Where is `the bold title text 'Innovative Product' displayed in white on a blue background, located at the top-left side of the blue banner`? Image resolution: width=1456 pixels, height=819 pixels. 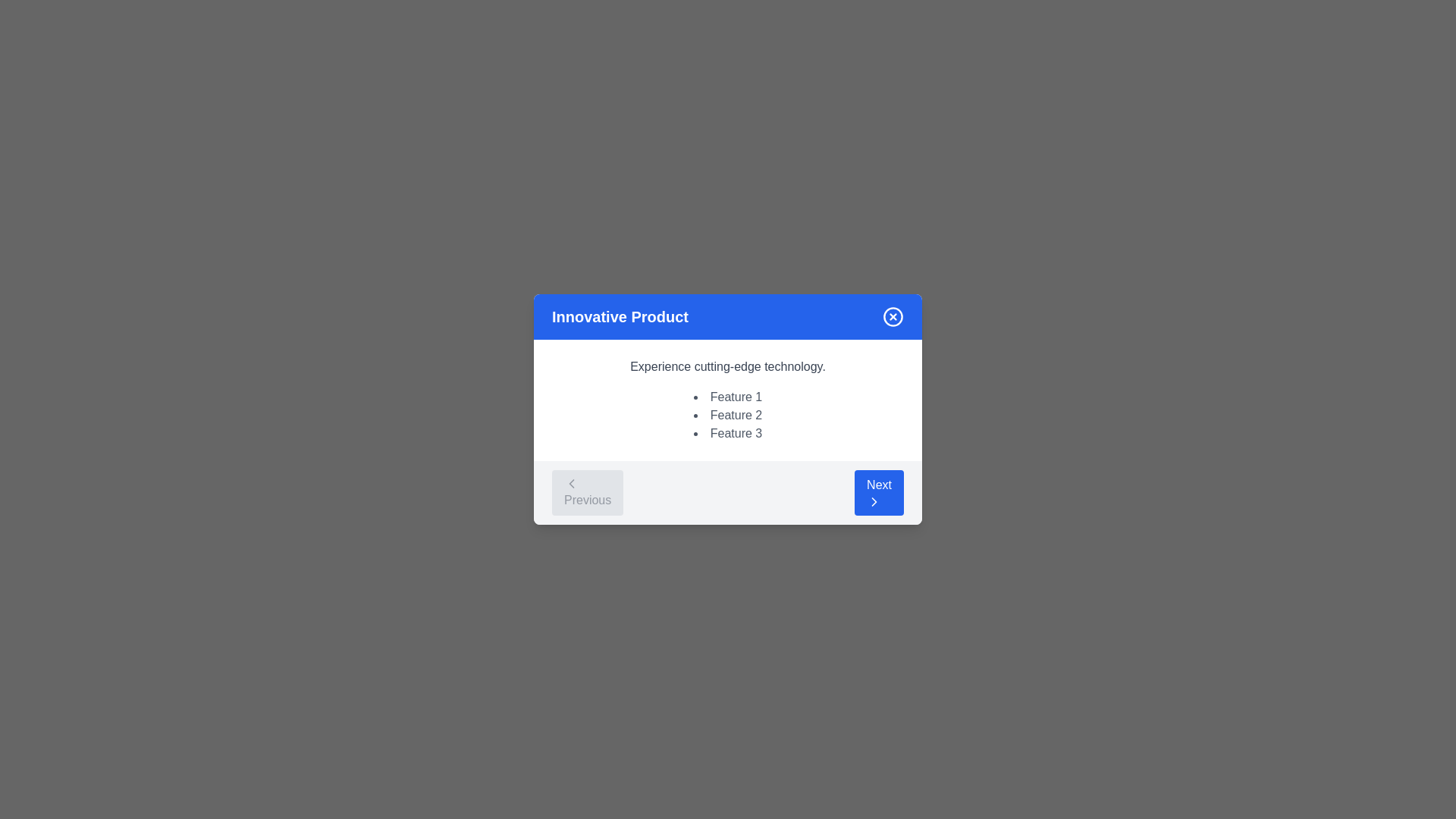 the bold title text 'Innovative Product' displayed in white on a blue background, located at the top-left side of the blue banner is located at coordinates (620, 315).